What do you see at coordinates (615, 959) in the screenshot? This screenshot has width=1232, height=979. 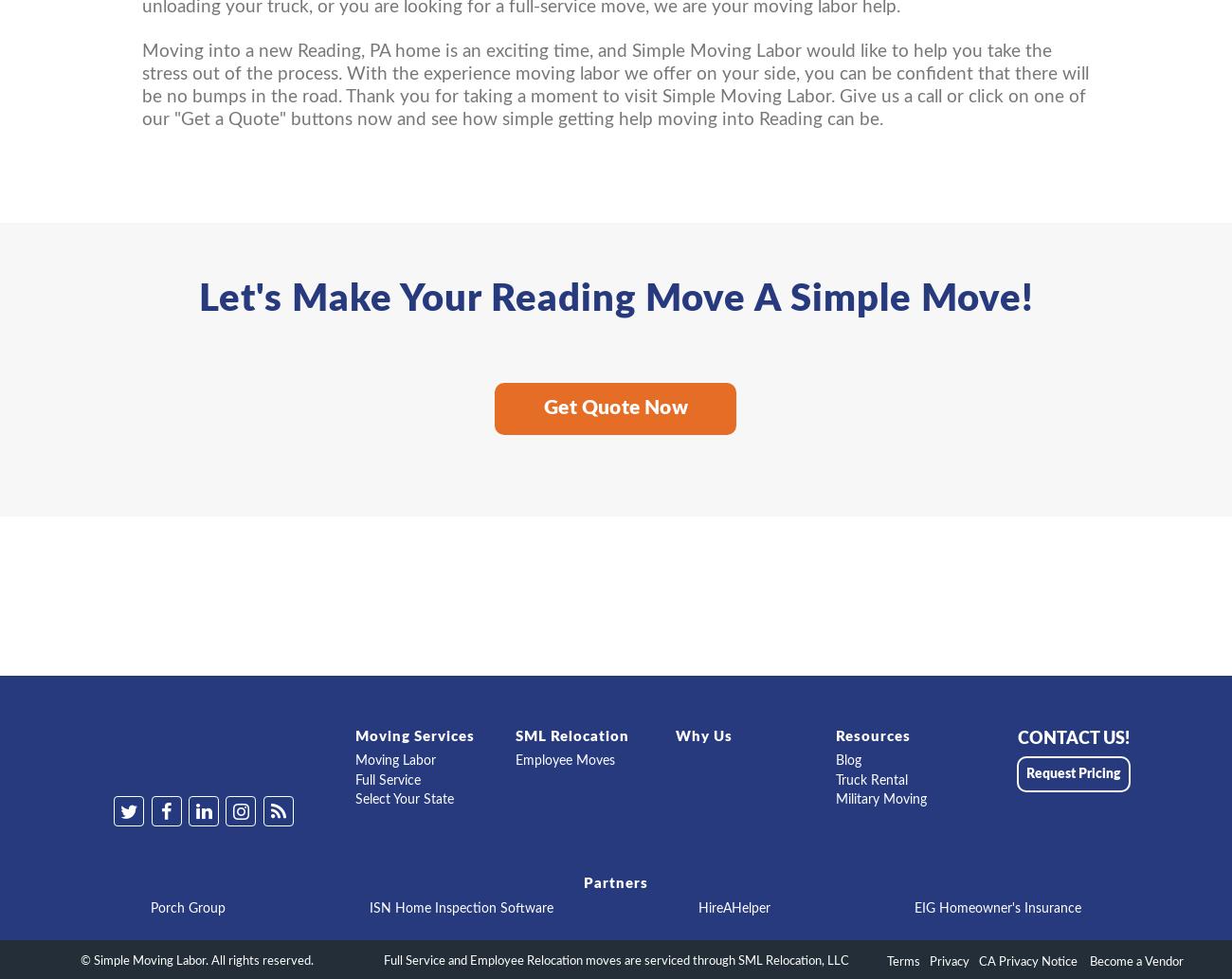 I see `'Full Service and Employee Relocation moves are serviced through SML Relocation, LLC'` at bounding box center [615, 959].